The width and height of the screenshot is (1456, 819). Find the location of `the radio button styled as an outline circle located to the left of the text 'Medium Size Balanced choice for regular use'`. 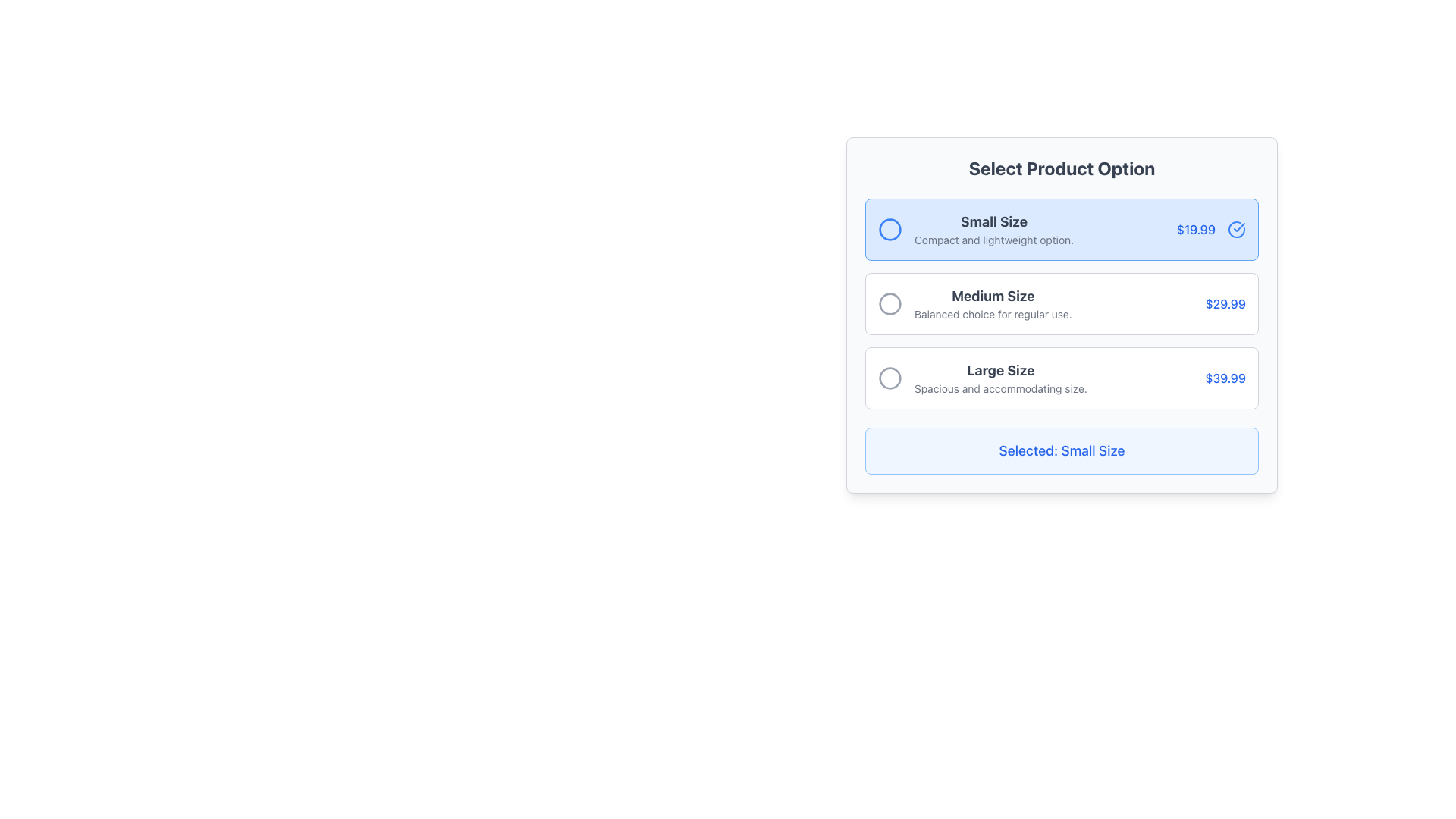

the radio button styled as an outline circle located to the left of the text 'Medium Size Balanced choice for regular use' is located at coordinates (890, 304).